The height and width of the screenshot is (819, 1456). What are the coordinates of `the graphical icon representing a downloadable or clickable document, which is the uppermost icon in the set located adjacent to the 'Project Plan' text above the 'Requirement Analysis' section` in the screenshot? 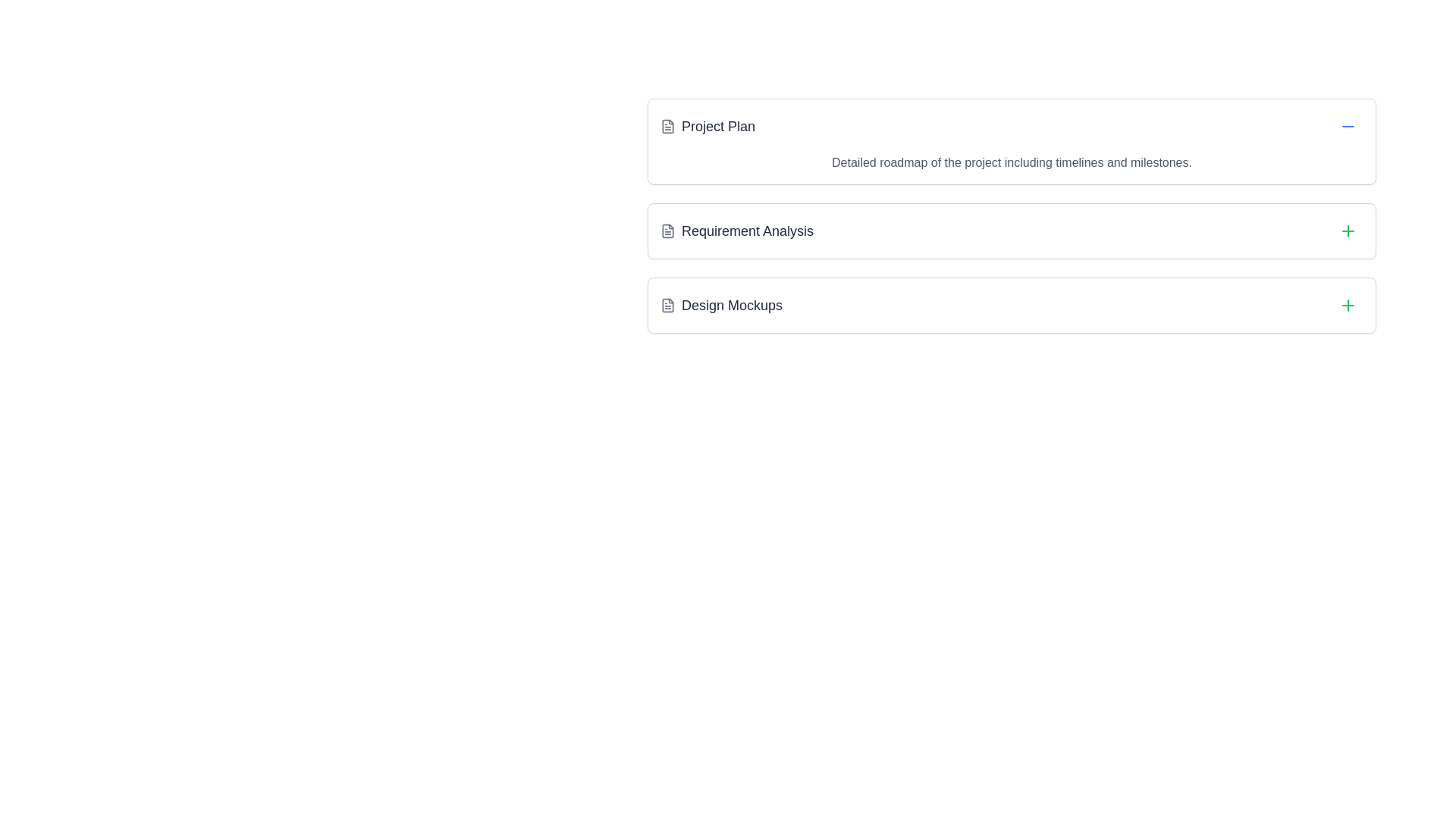 It's located at (667, 125).